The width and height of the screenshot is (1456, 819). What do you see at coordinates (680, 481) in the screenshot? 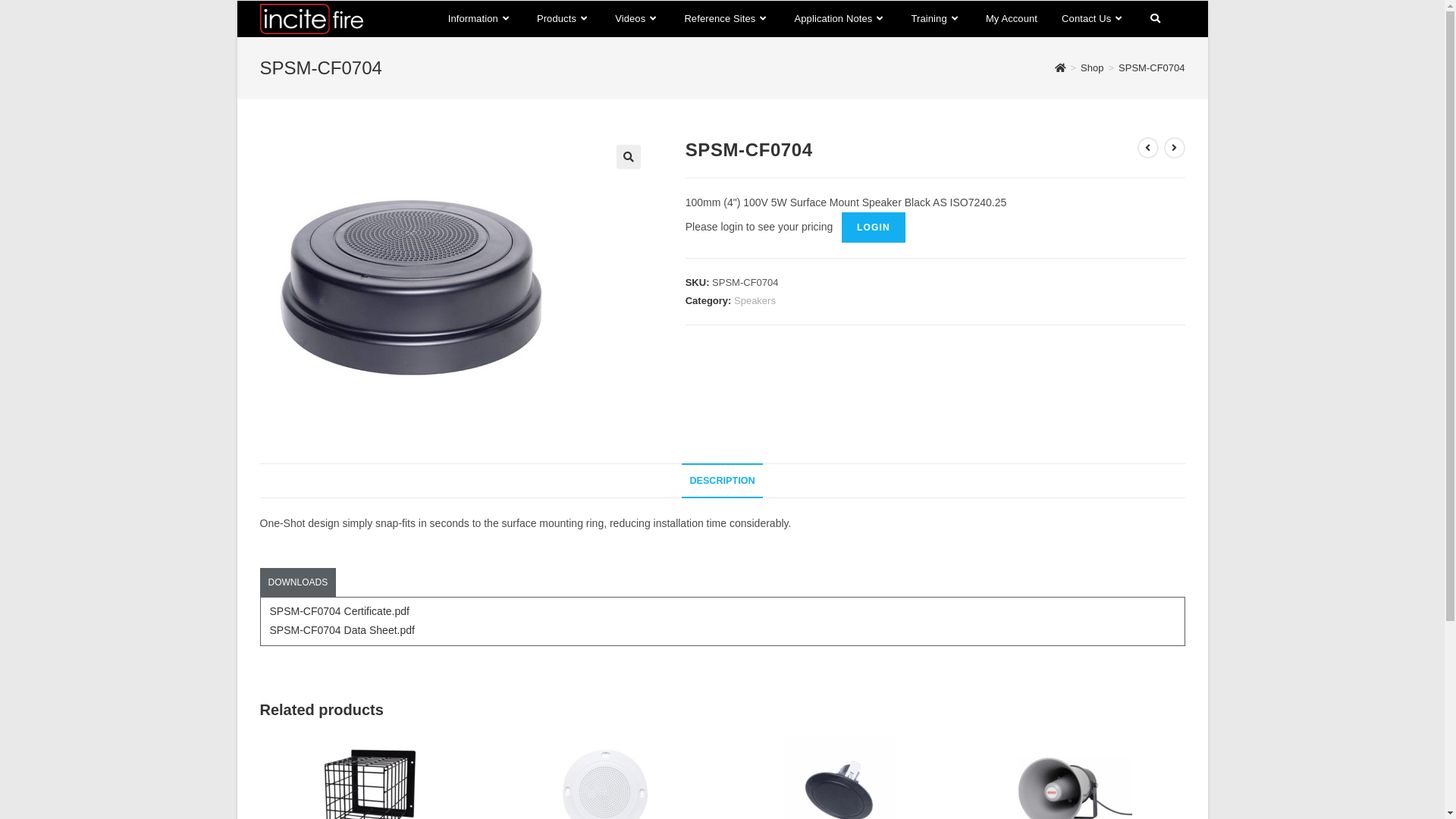
I see `'DESCRIPTION'` at bounding box center [680, 481].